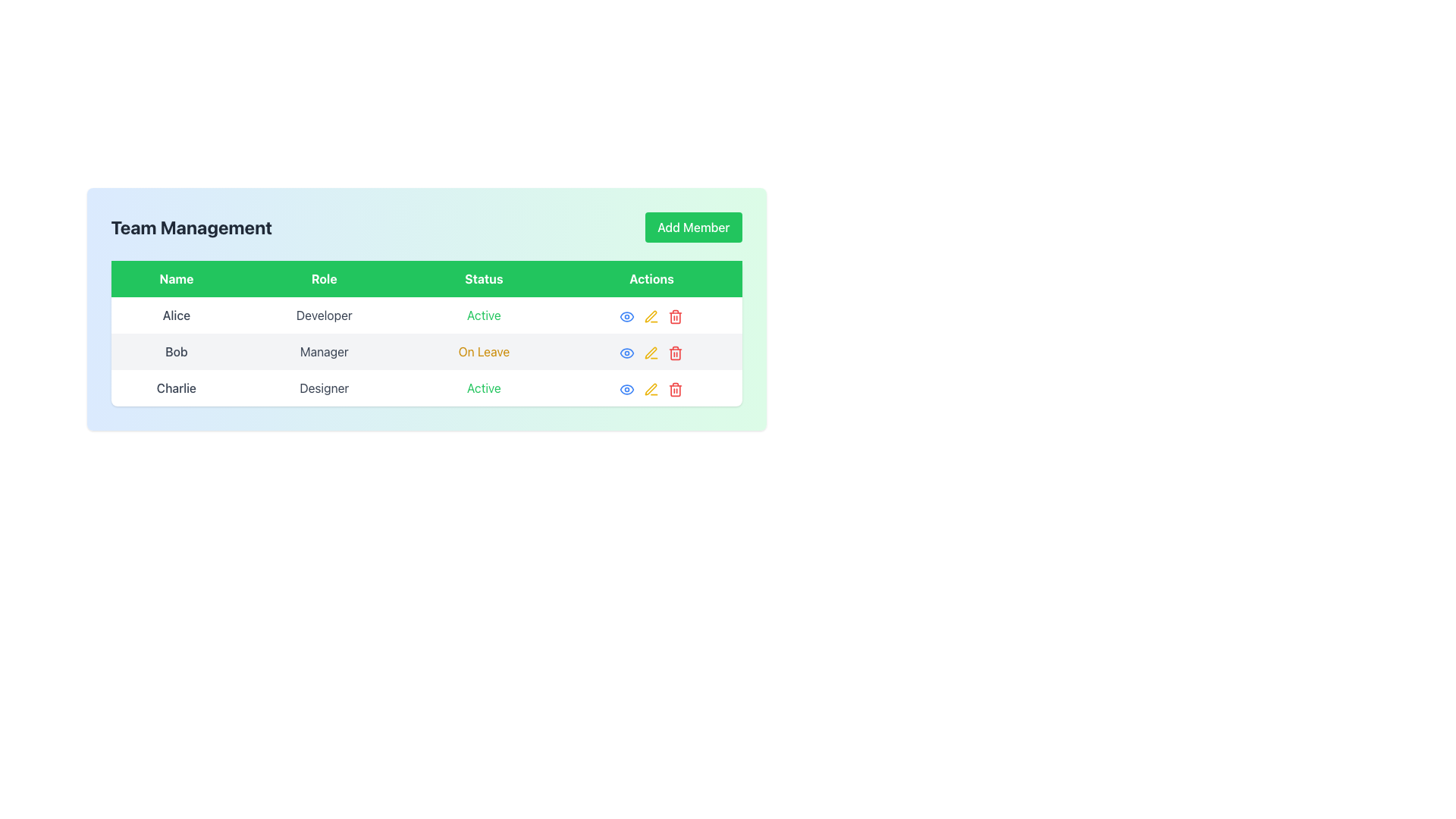 Image resolution: width=1456 pixels, height=819 pixels. What do you see at coordinates (323, 315) in the screenshot?
I see `the Text label displaying the role of 'Alice' in the Role column of the table` at bounding box center [323, 315].